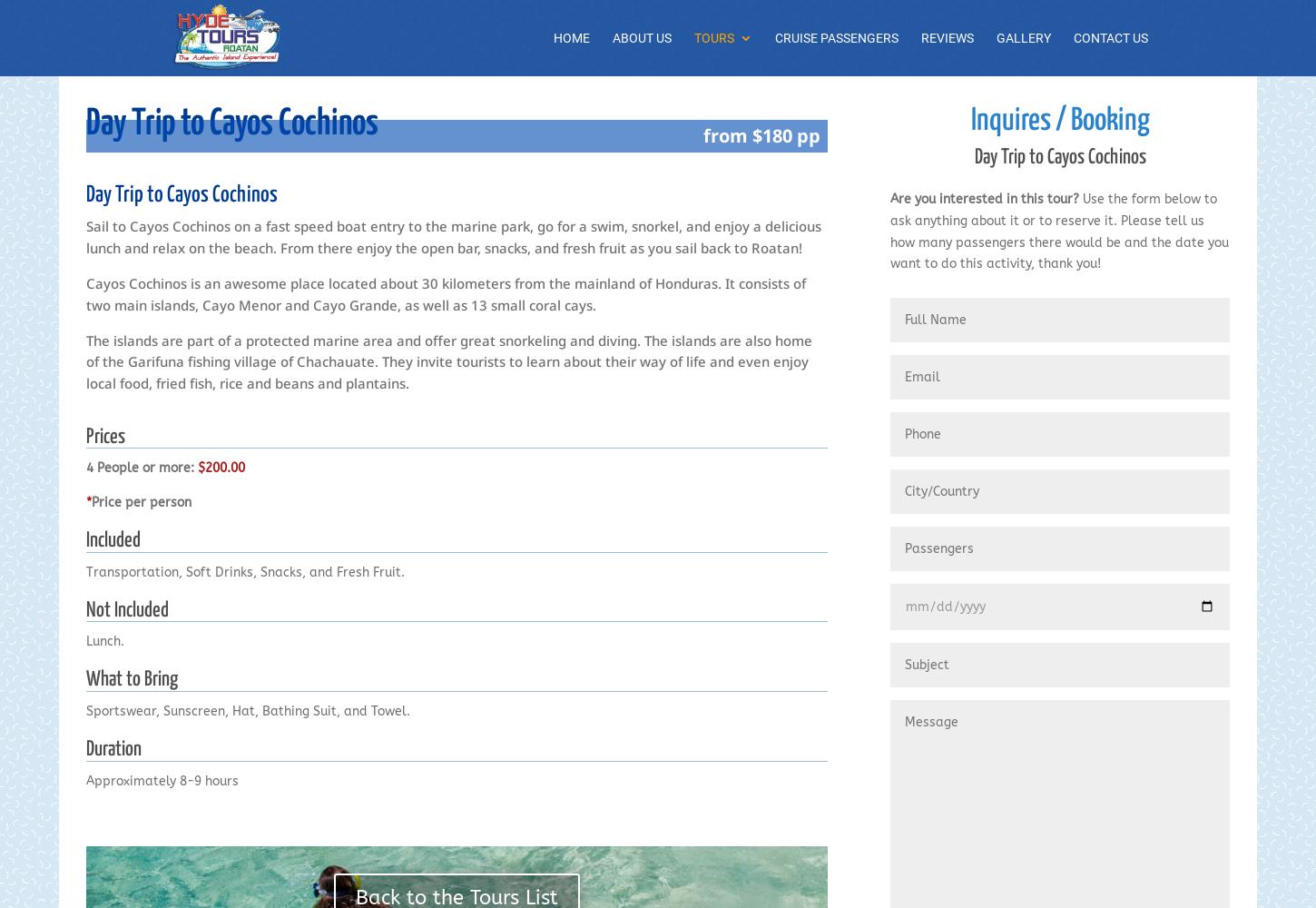 The image size is (1316, 908). Describe the element at coordinates (571, 38) in the screenshot. I see `'Home'` at that location.